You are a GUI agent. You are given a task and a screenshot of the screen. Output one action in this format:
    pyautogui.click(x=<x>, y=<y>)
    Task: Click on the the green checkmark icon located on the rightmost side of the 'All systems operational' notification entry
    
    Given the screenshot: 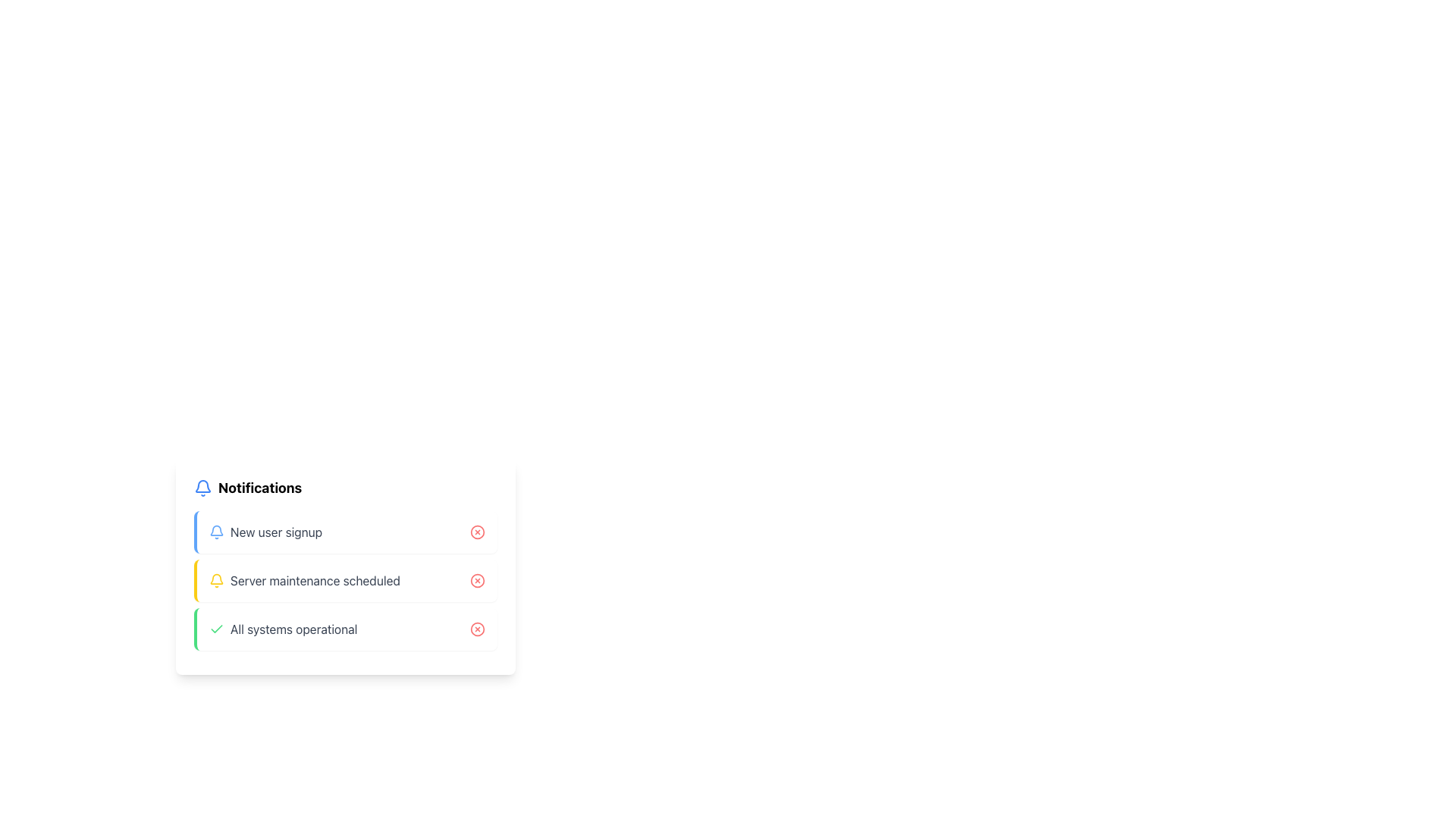 What is the action you would take?
    pyautogui.click(x=216, y=629)
    